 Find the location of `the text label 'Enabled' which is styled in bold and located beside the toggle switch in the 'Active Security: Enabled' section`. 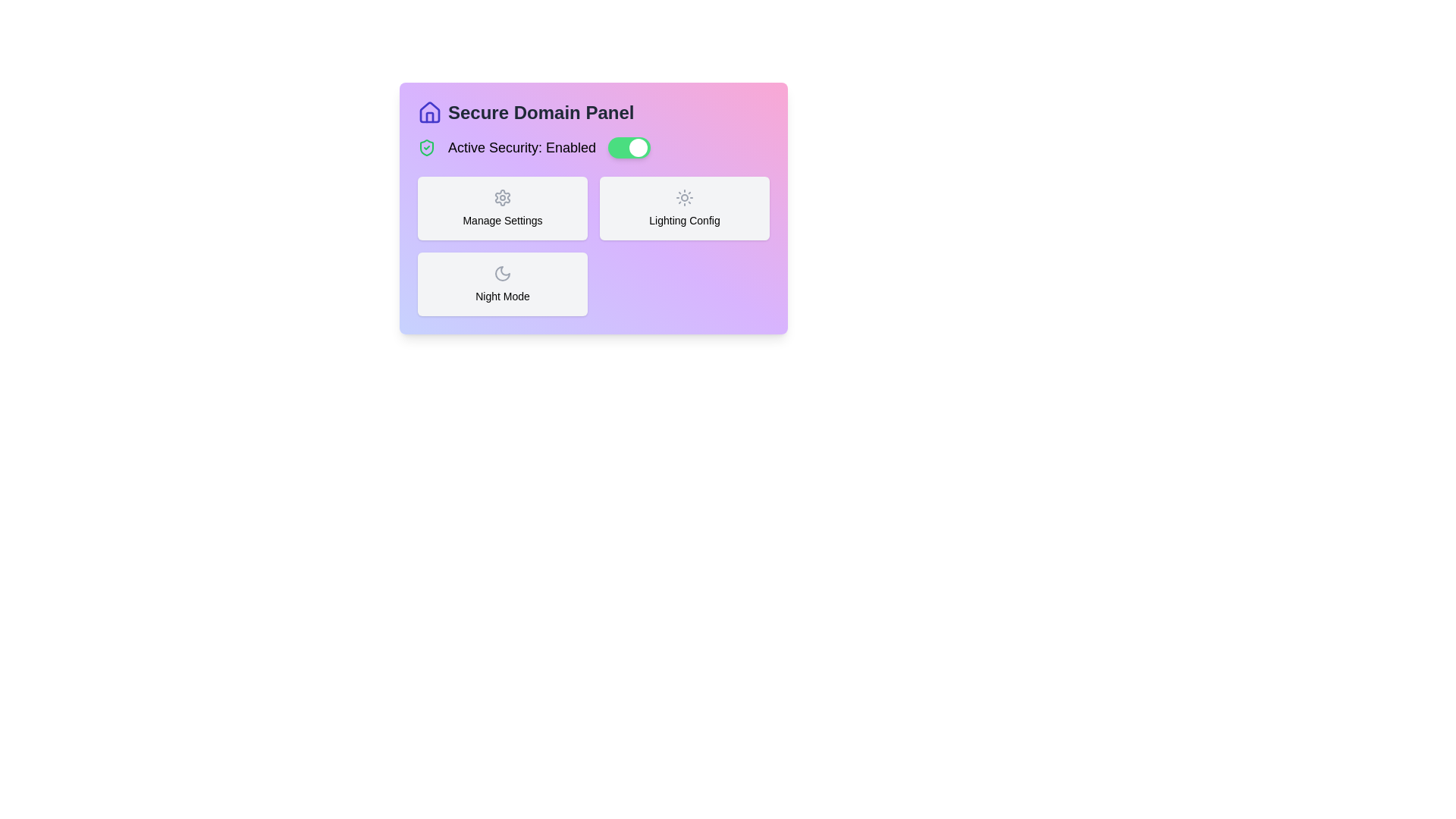

the text label 'Enabled' which is styled in bold and located beside the toggle switch in the 'Active Security: Enabled' section is located at coordinates (570, 148).